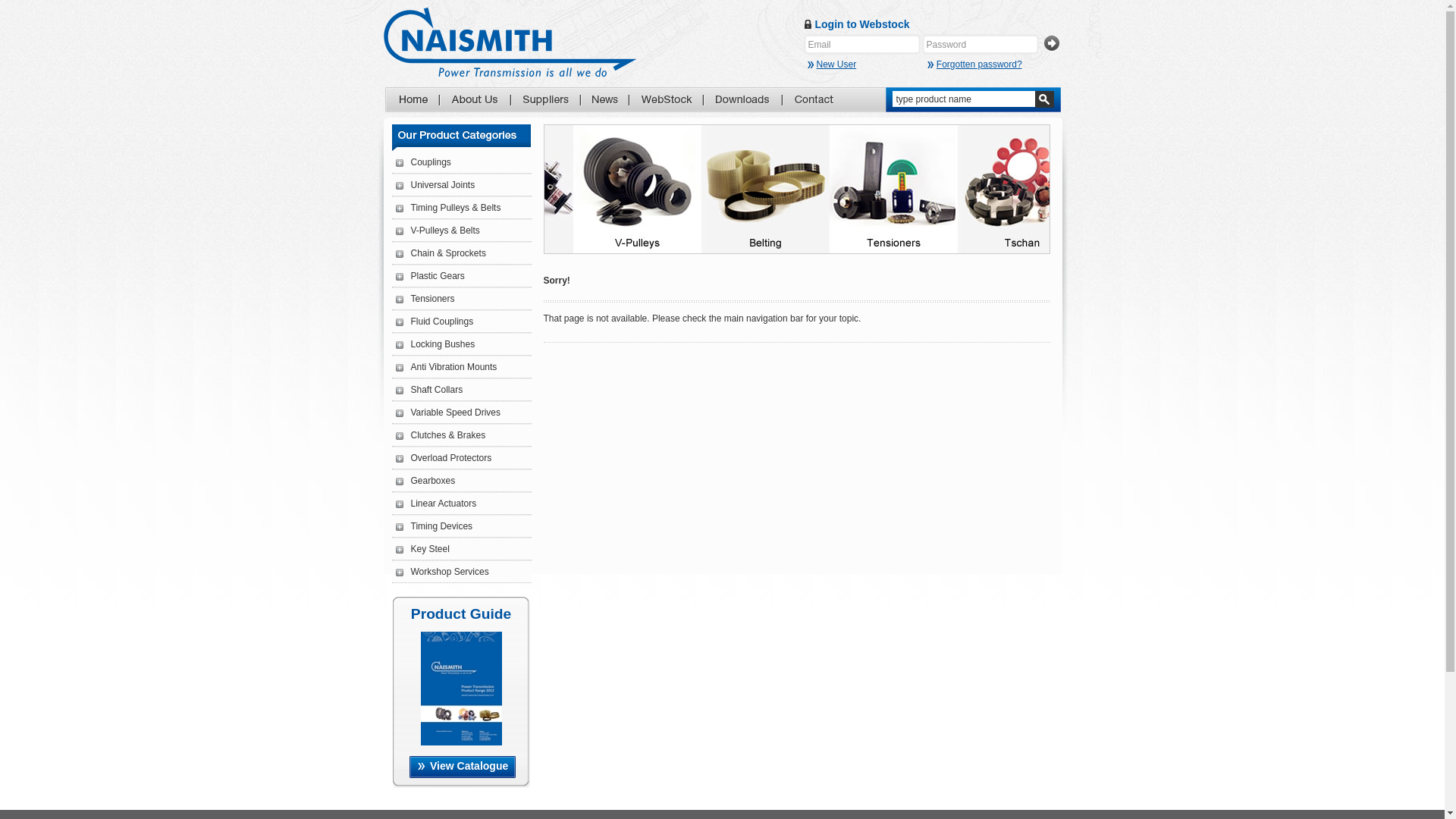 The height and width of the screenshot is (819, 1456). Describe the element at coordinates (434, 321) in the screenshot. I see `'Fluid Couplings'` at that location.